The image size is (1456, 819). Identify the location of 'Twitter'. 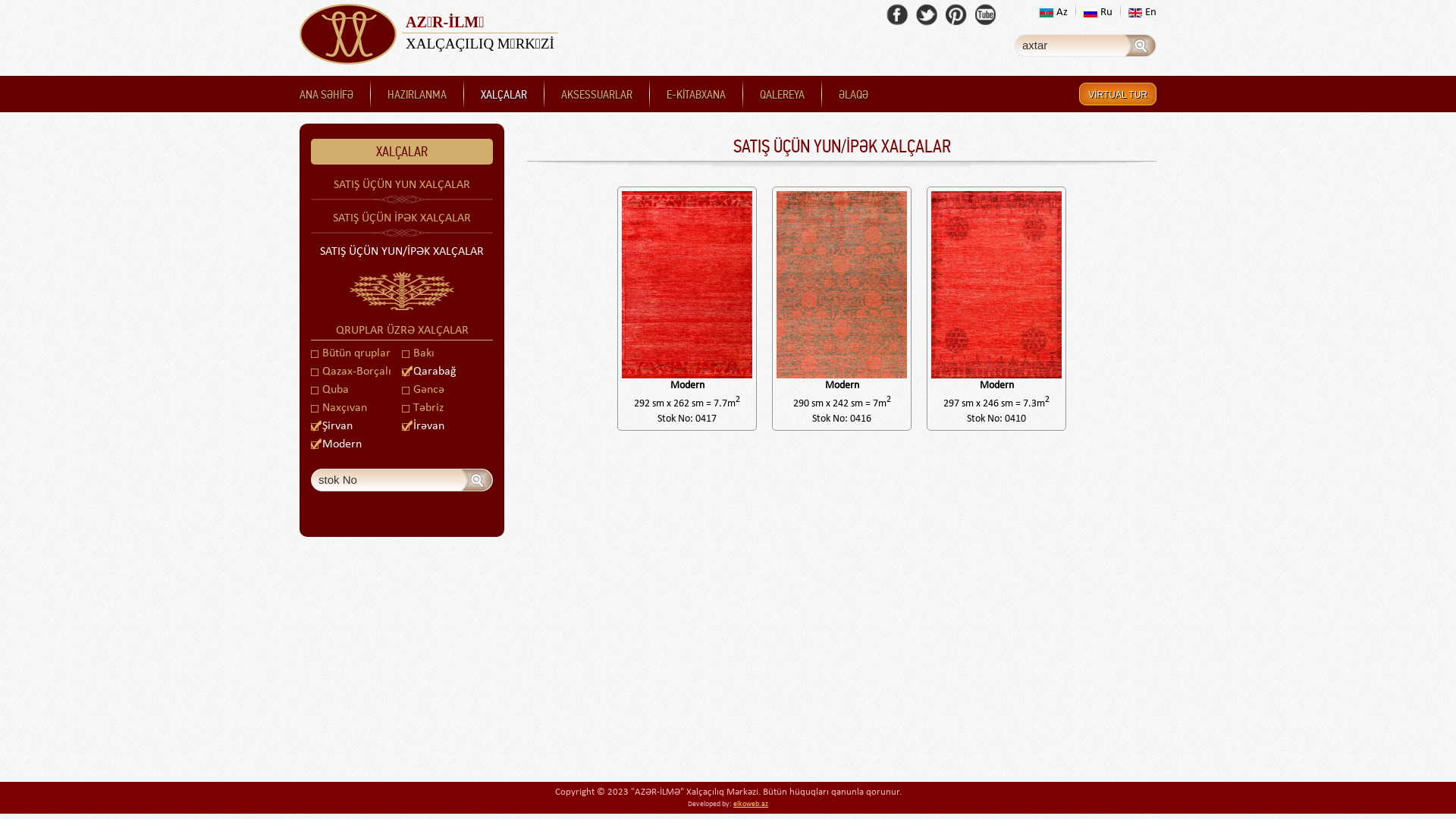
(926, 14).